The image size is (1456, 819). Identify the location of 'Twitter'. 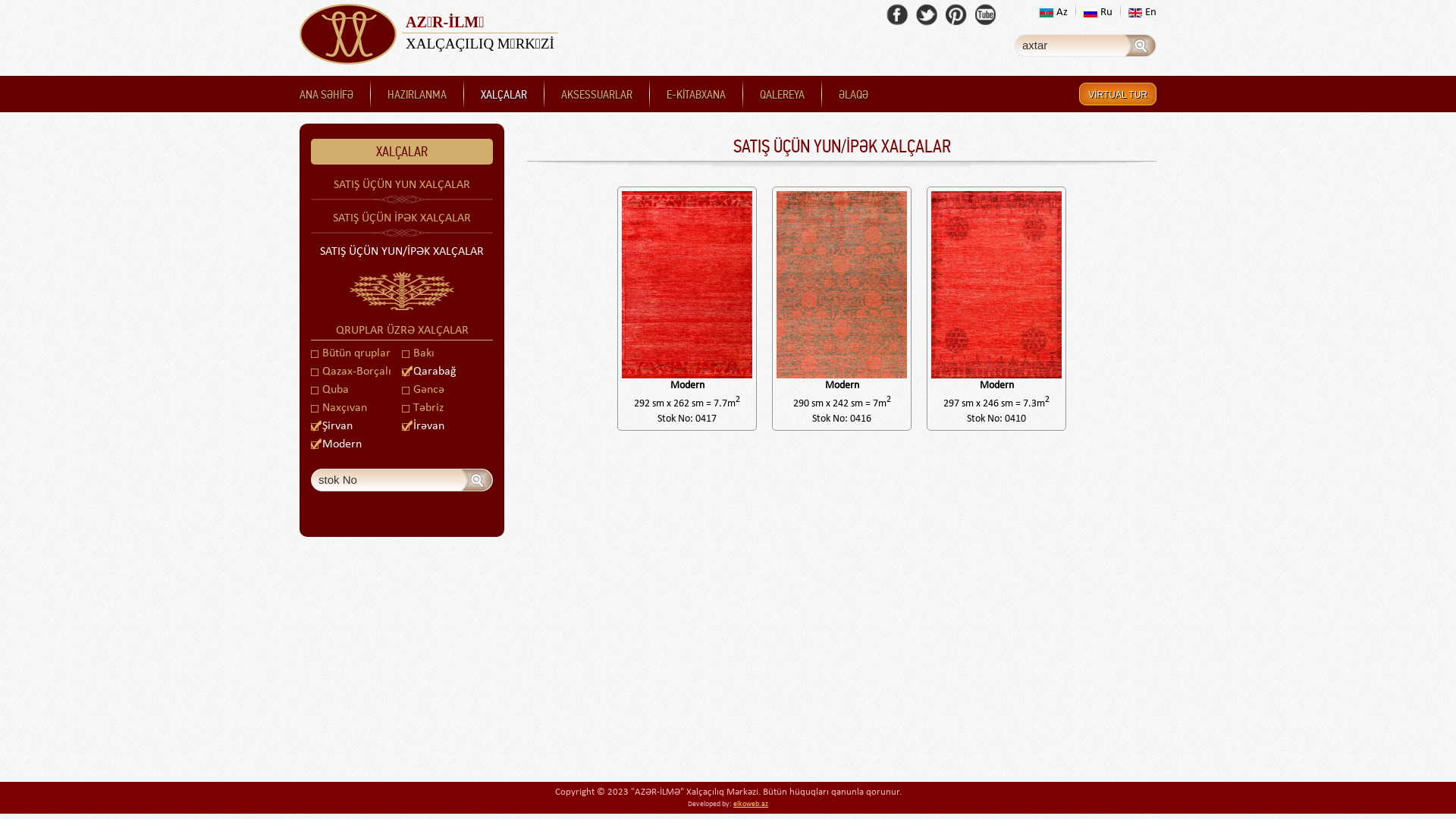
(926, 14).